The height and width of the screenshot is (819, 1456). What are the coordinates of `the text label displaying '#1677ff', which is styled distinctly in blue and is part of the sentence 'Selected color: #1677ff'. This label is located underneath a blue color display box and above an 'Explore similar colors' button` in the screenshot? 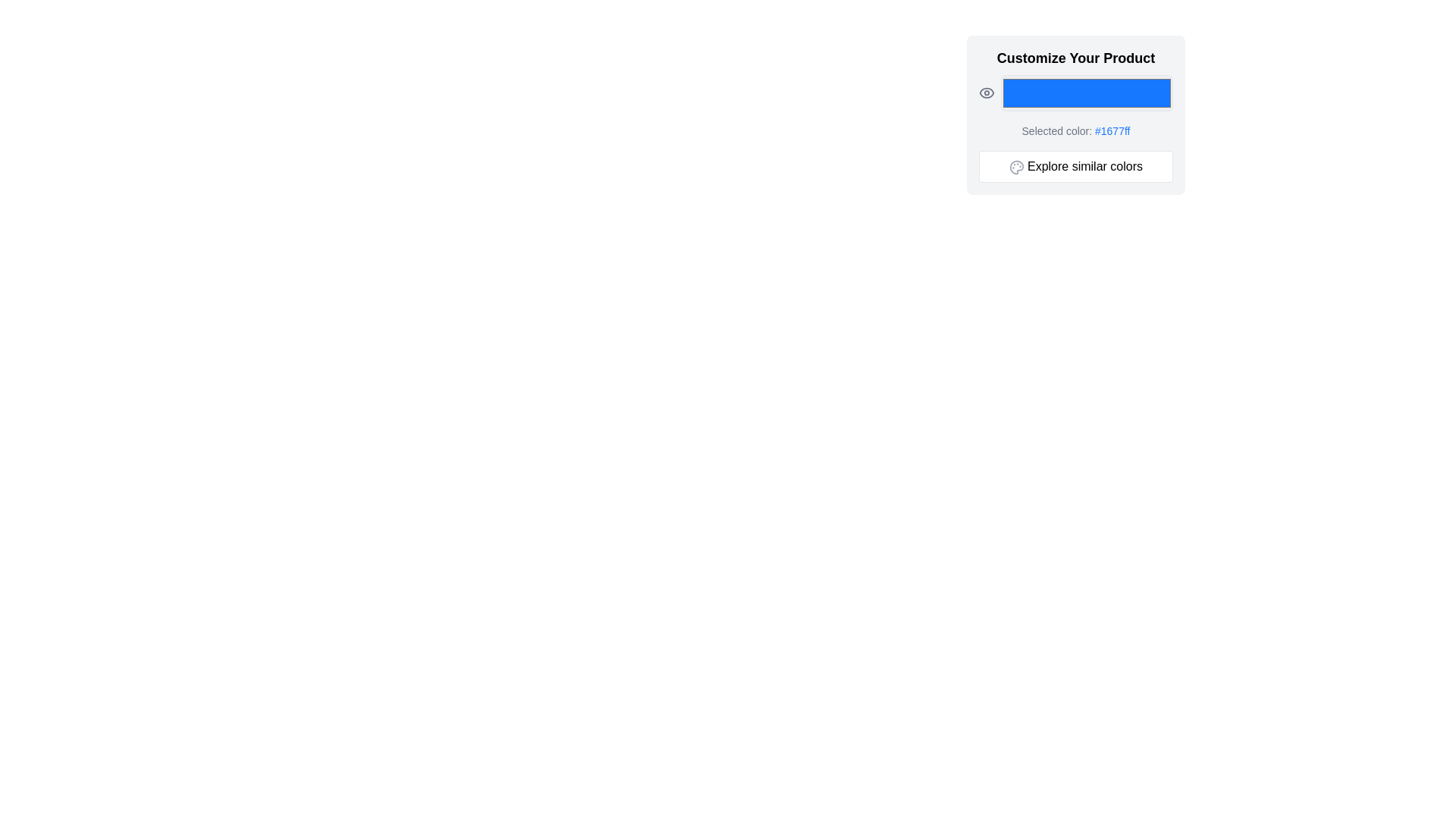 It's located at (1112, 130).